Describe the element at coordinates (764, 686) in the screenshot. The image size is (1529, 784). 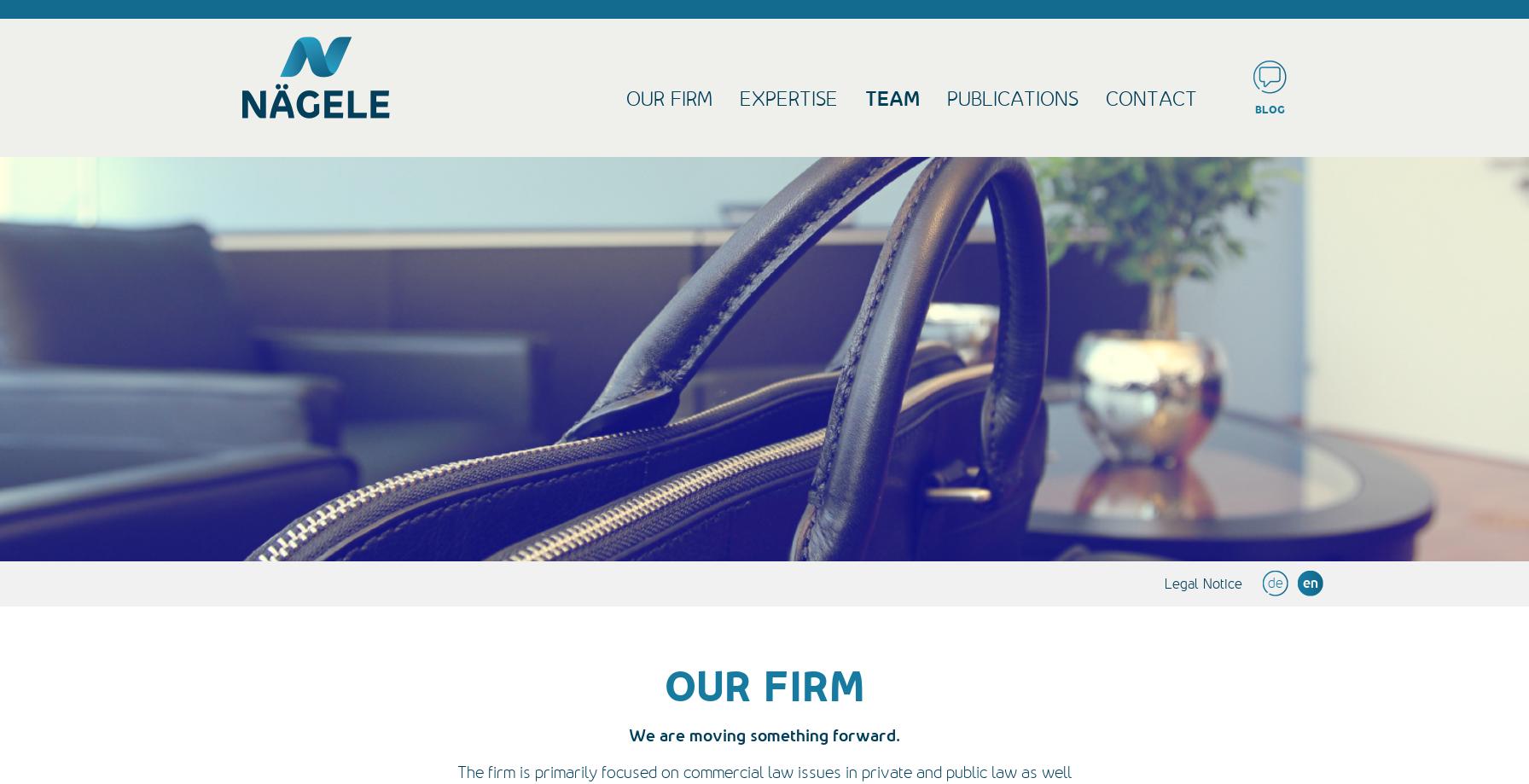
I see `'OUR FIRM'` at that location.